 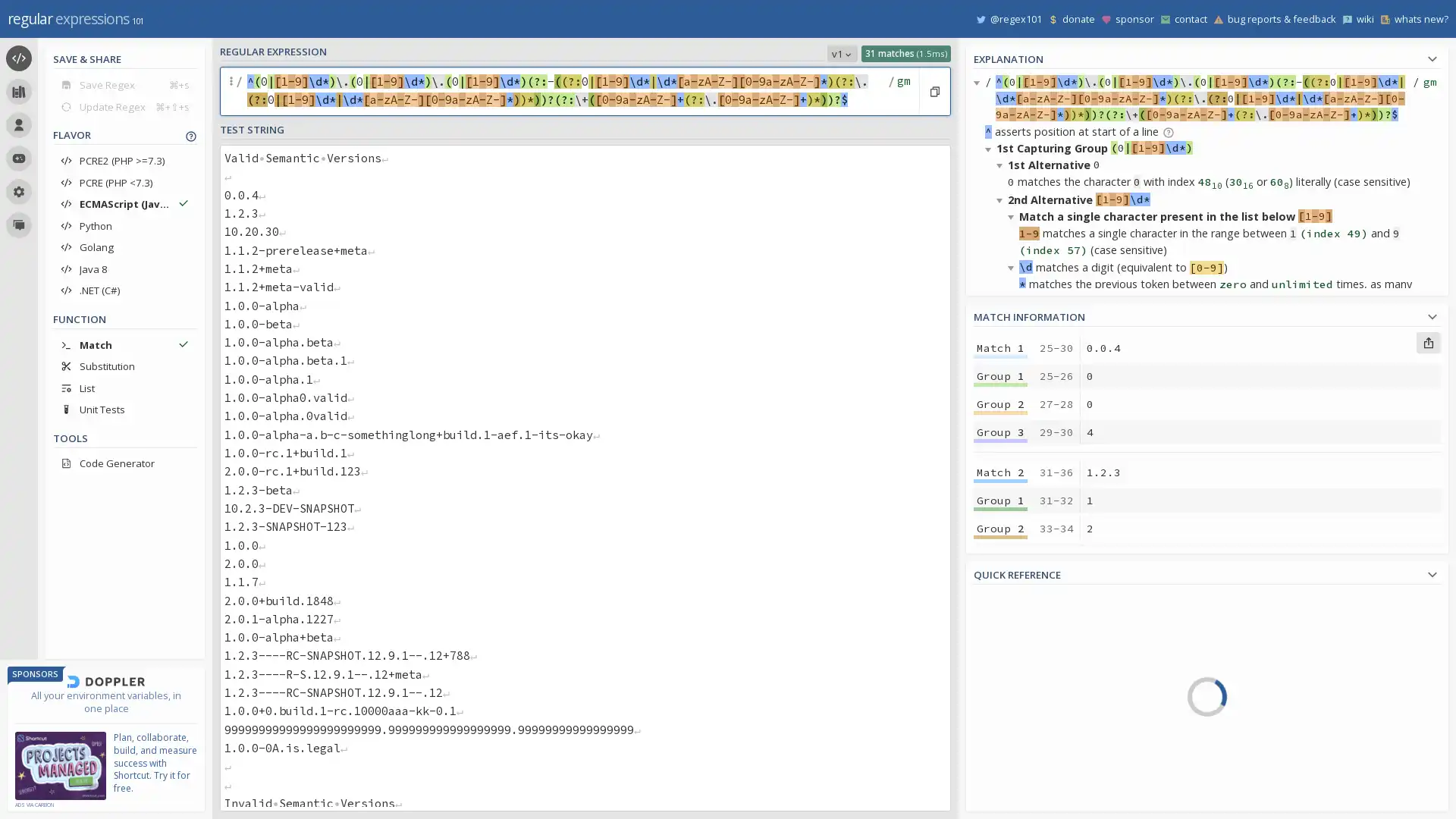 I want to click on Character Classes, so click(x=1044, y=780).